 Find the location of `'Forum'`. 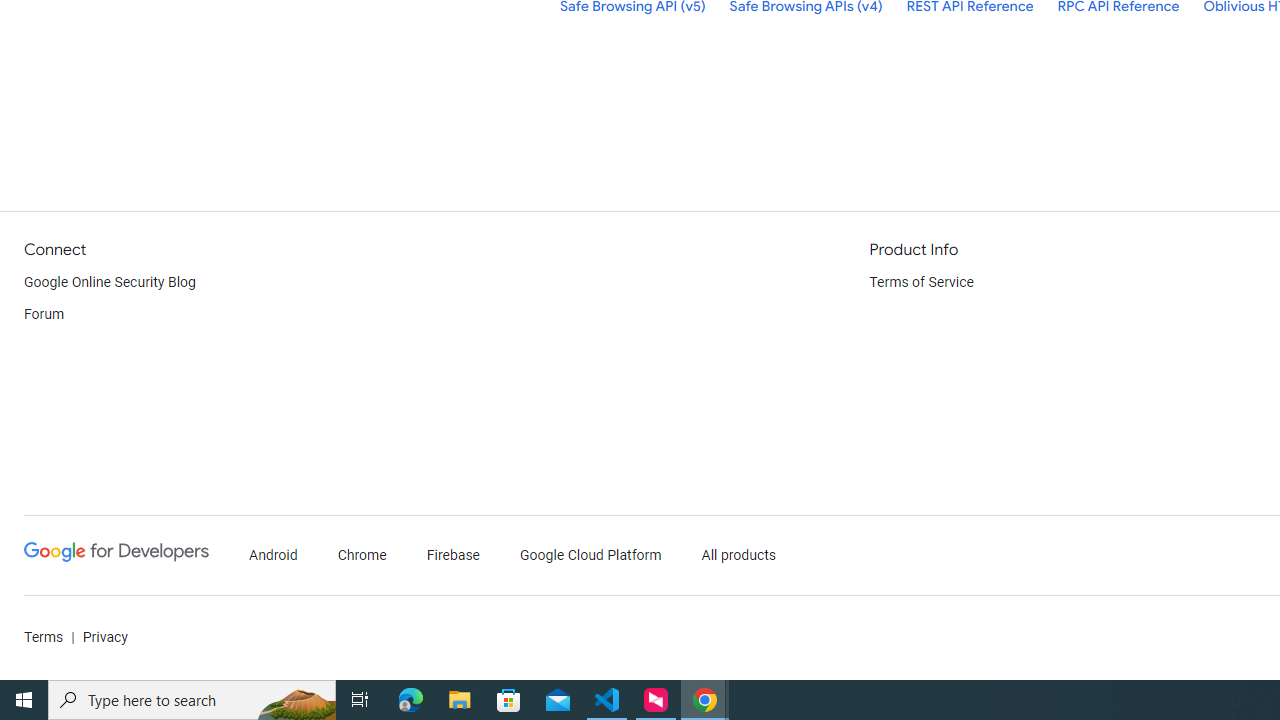

'Forum' is located at coordinates (44, 315).